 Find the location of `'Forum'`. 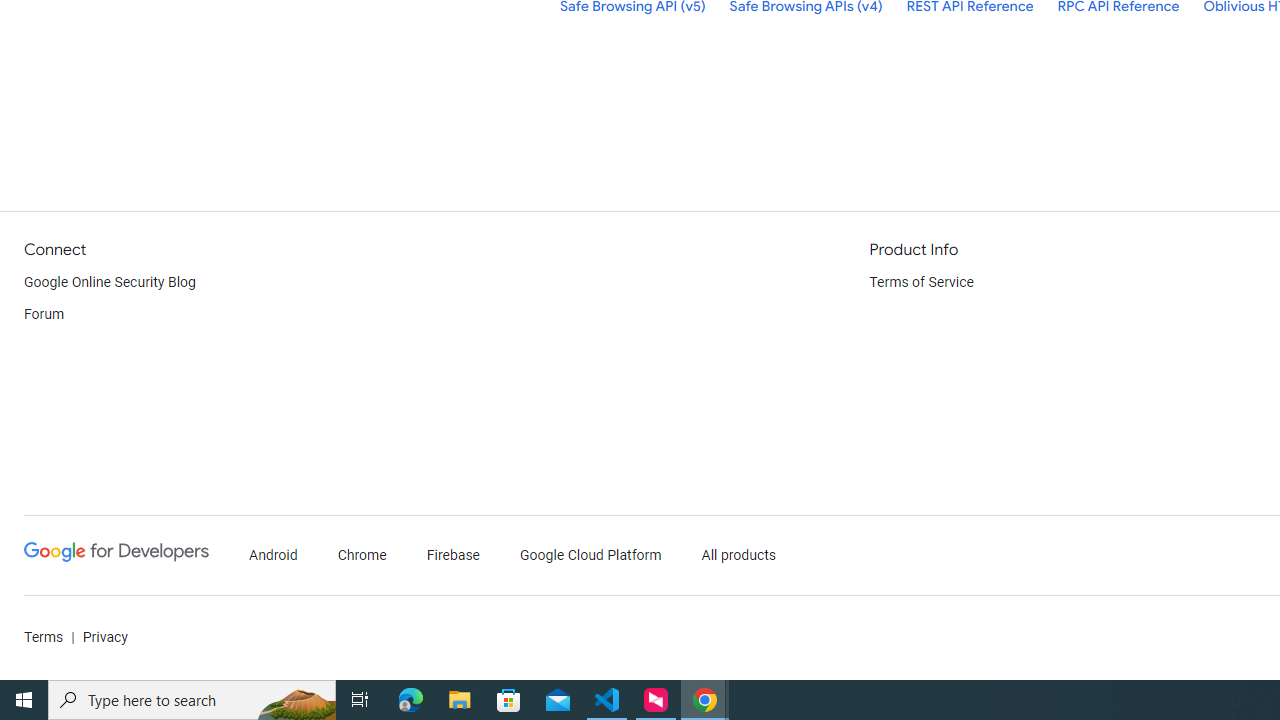

'Forum' is located at coordinates (44, 315).